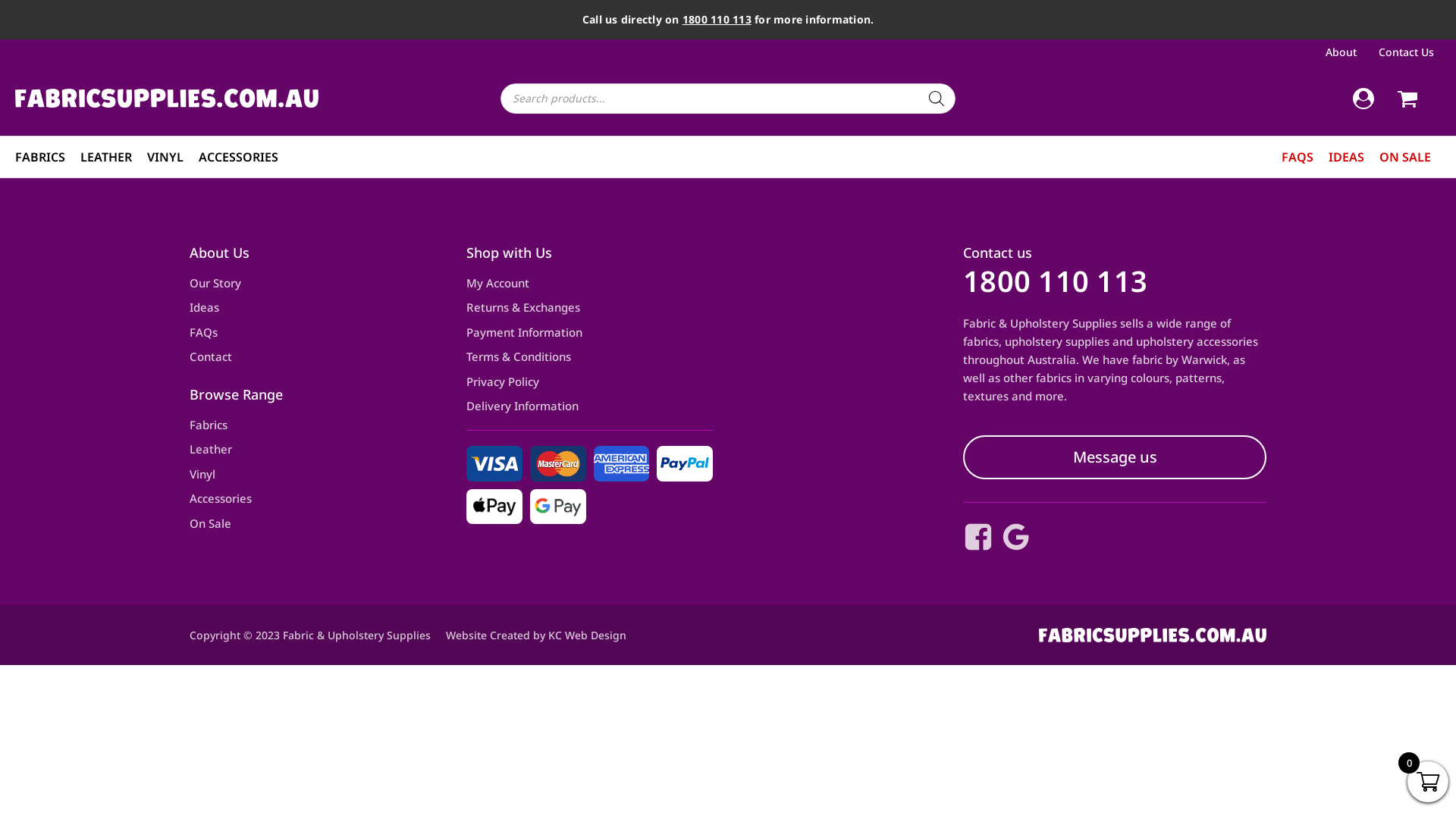 The width and height of the screenshot is (1456, 819). I want to click on 'Vinyl', so click(202, 473).